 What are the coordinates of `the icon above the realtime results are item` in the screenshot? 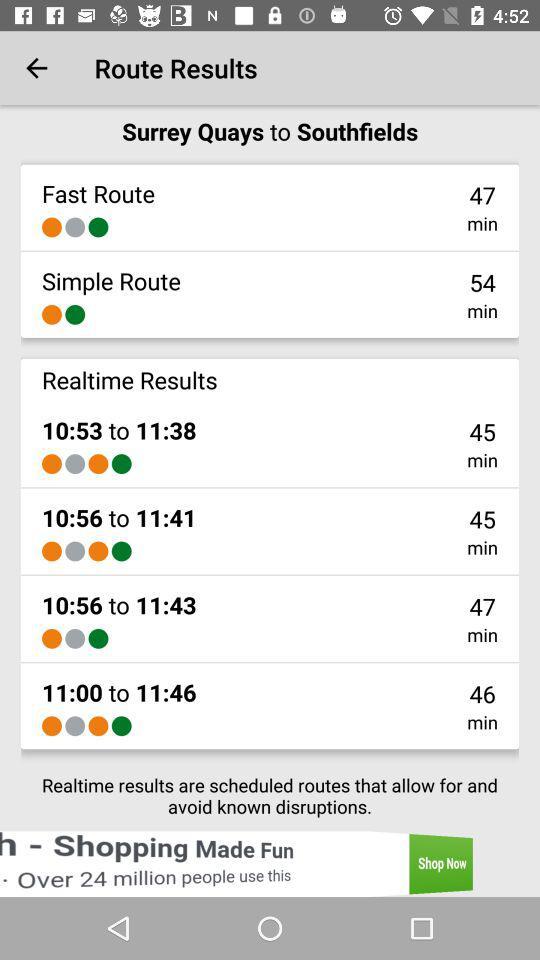 It's located at (51, 725).